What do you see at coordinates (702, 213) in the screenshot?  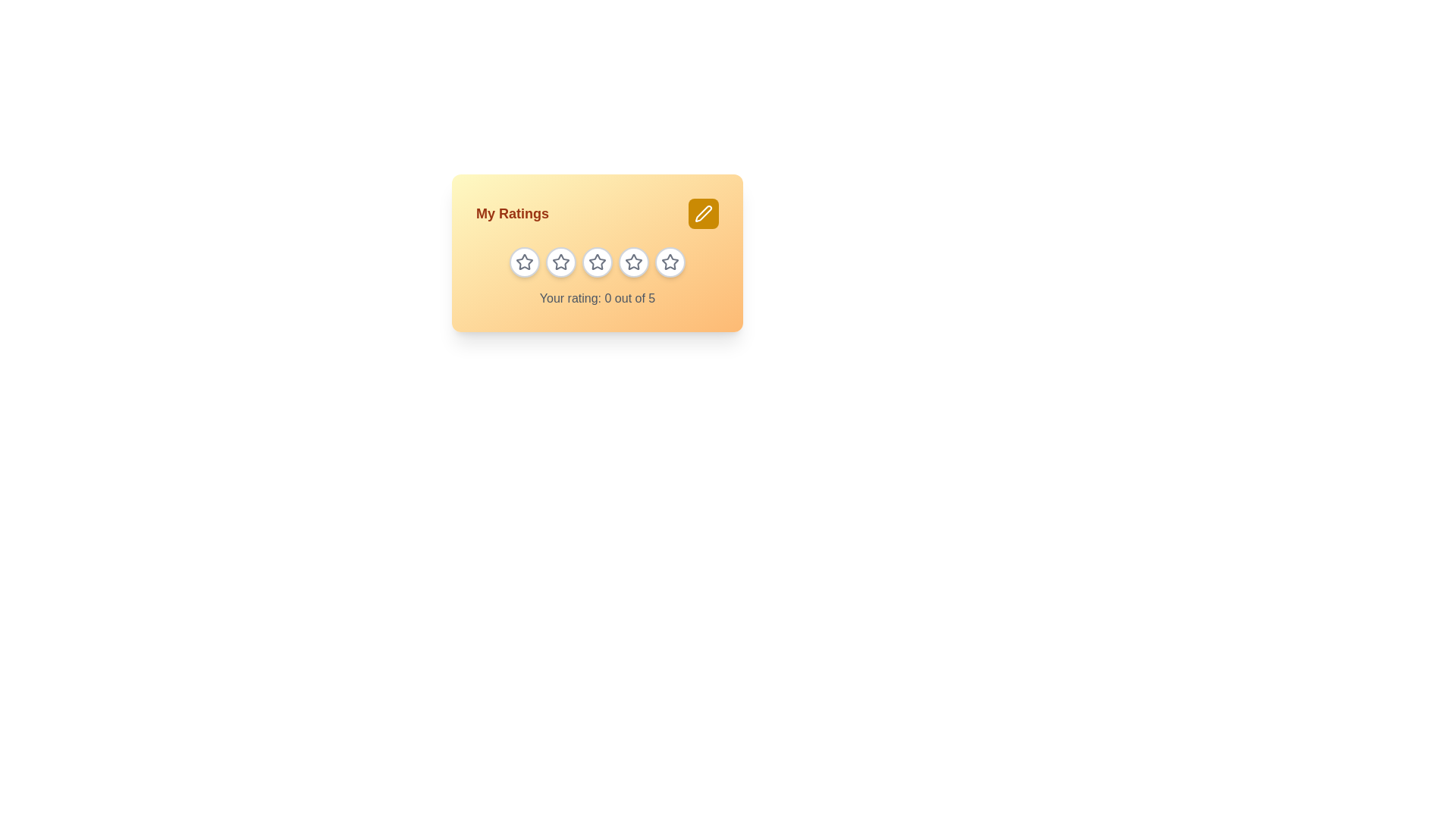 I see `the 'Edit' button located in the top-right corner of the rating interface` at bounding box center [702, 213].